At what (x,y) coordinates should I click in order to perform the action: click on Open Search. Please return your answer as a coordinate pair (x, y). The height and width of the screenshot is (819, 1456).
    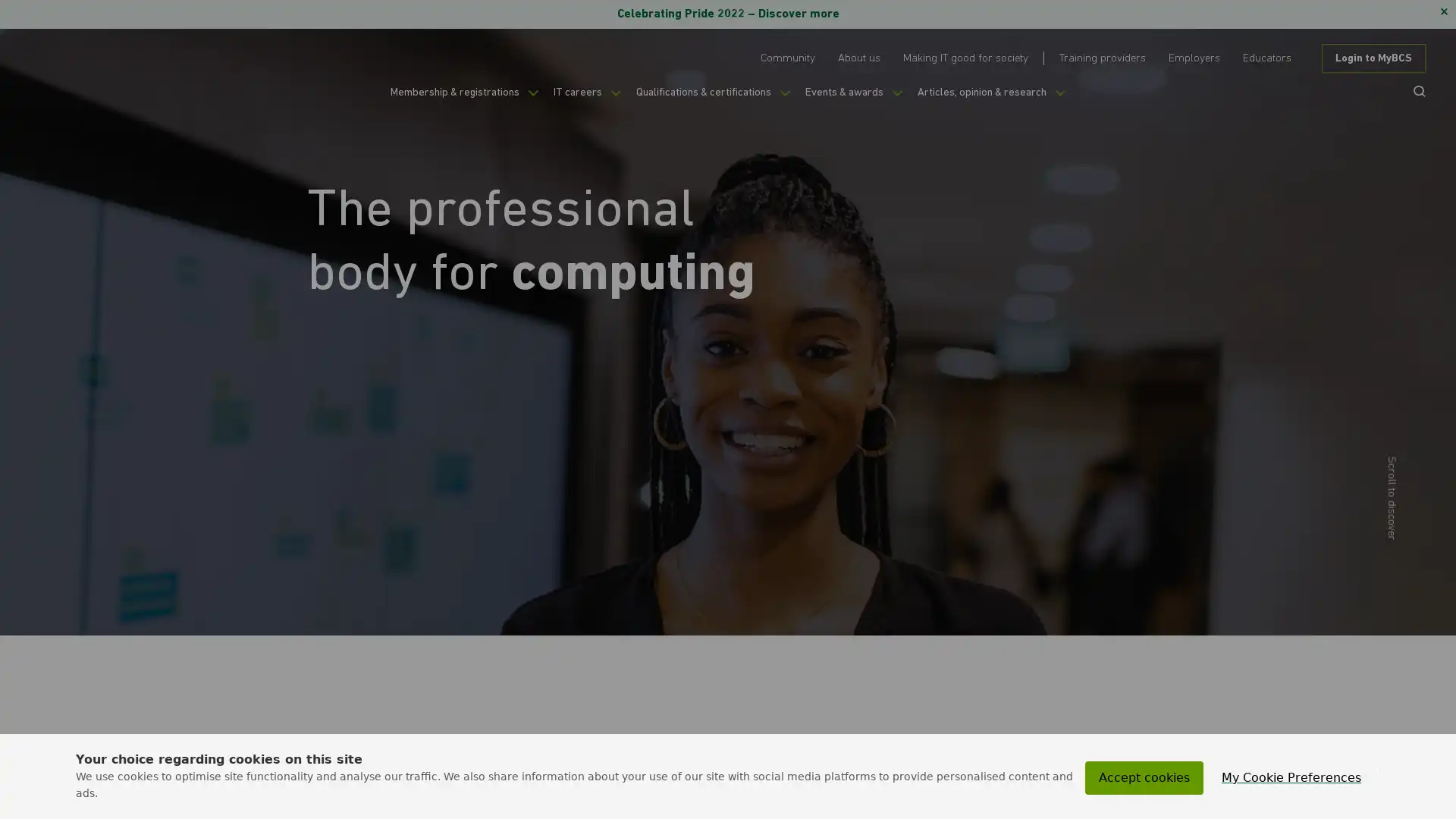
    Looking at the image, I should click on (1414, 90).